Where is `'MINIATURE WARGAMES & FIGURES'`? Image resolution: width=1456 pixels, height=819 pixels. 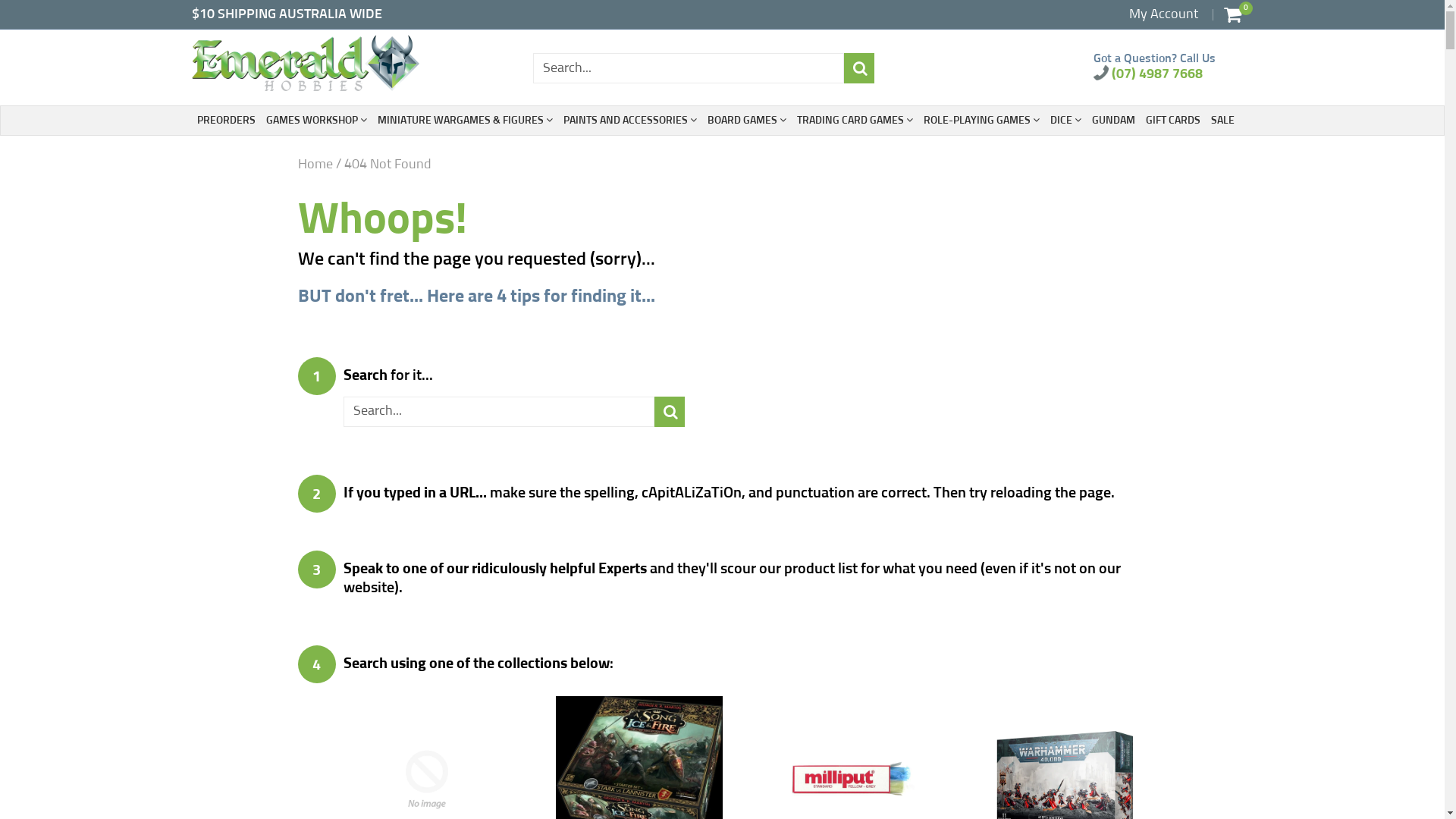
'MINIATURE WARGAMES & FIGURES' is located at coordinates (464, 119).